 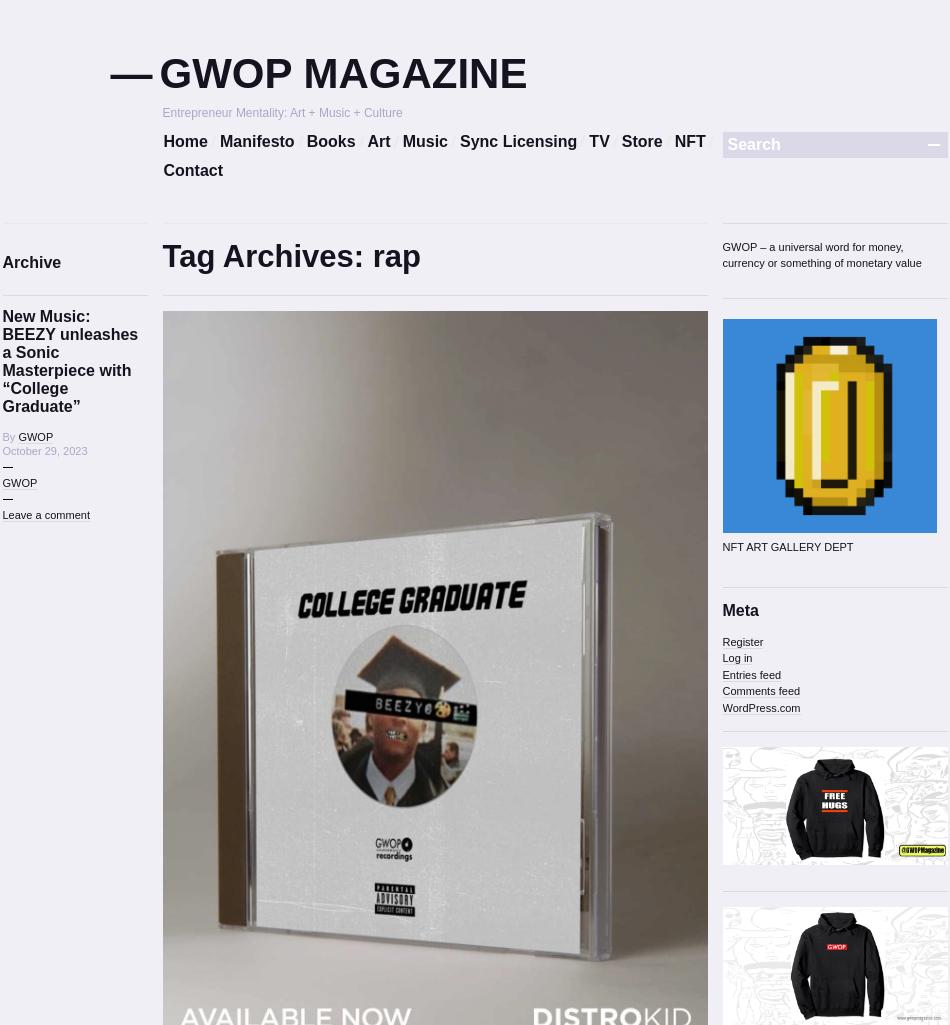 I want to click on 'Register', so click(x=741, y=640).